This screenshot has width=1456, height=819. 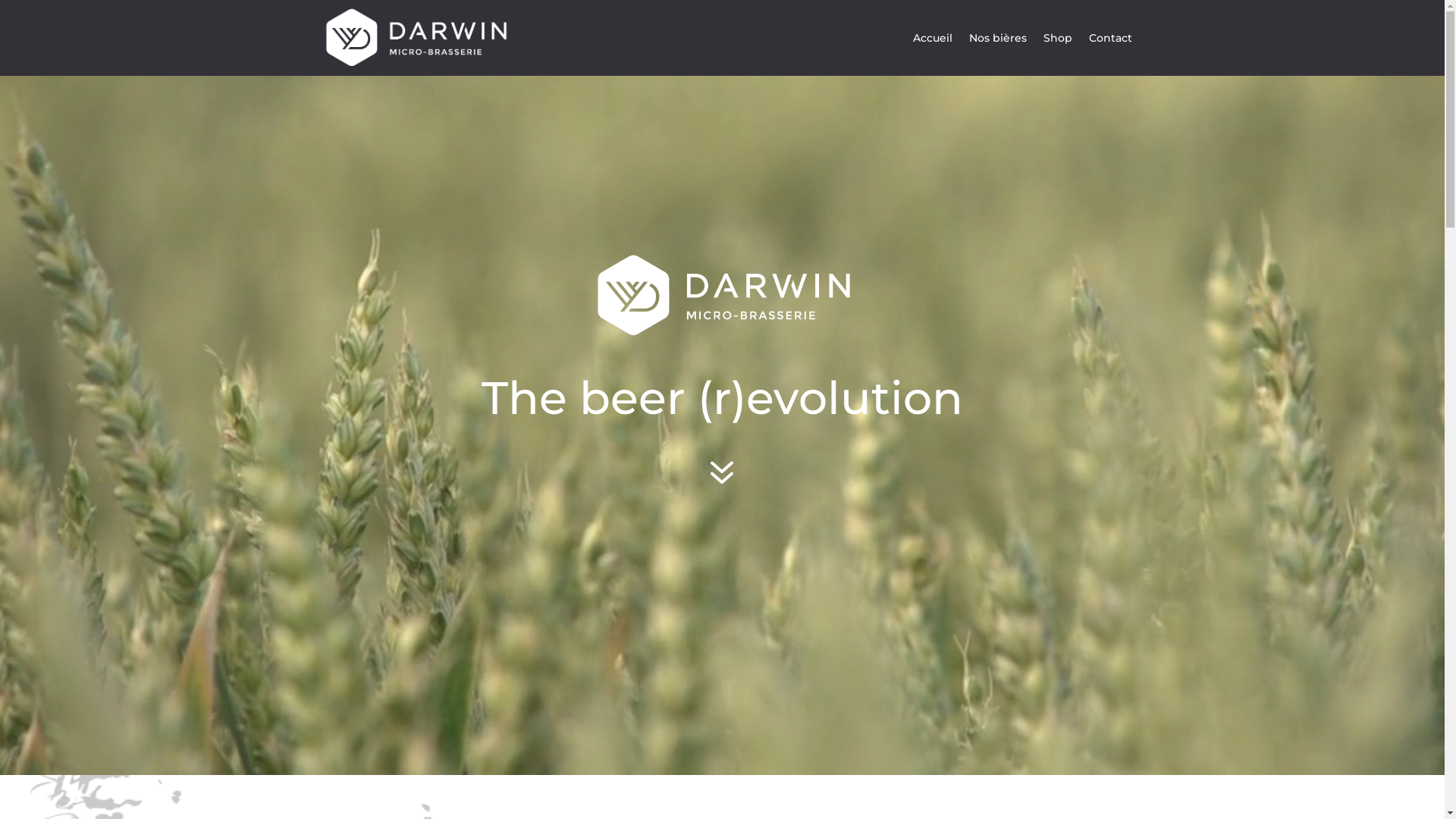 I want to click on '7', so click(x=698, y=471).